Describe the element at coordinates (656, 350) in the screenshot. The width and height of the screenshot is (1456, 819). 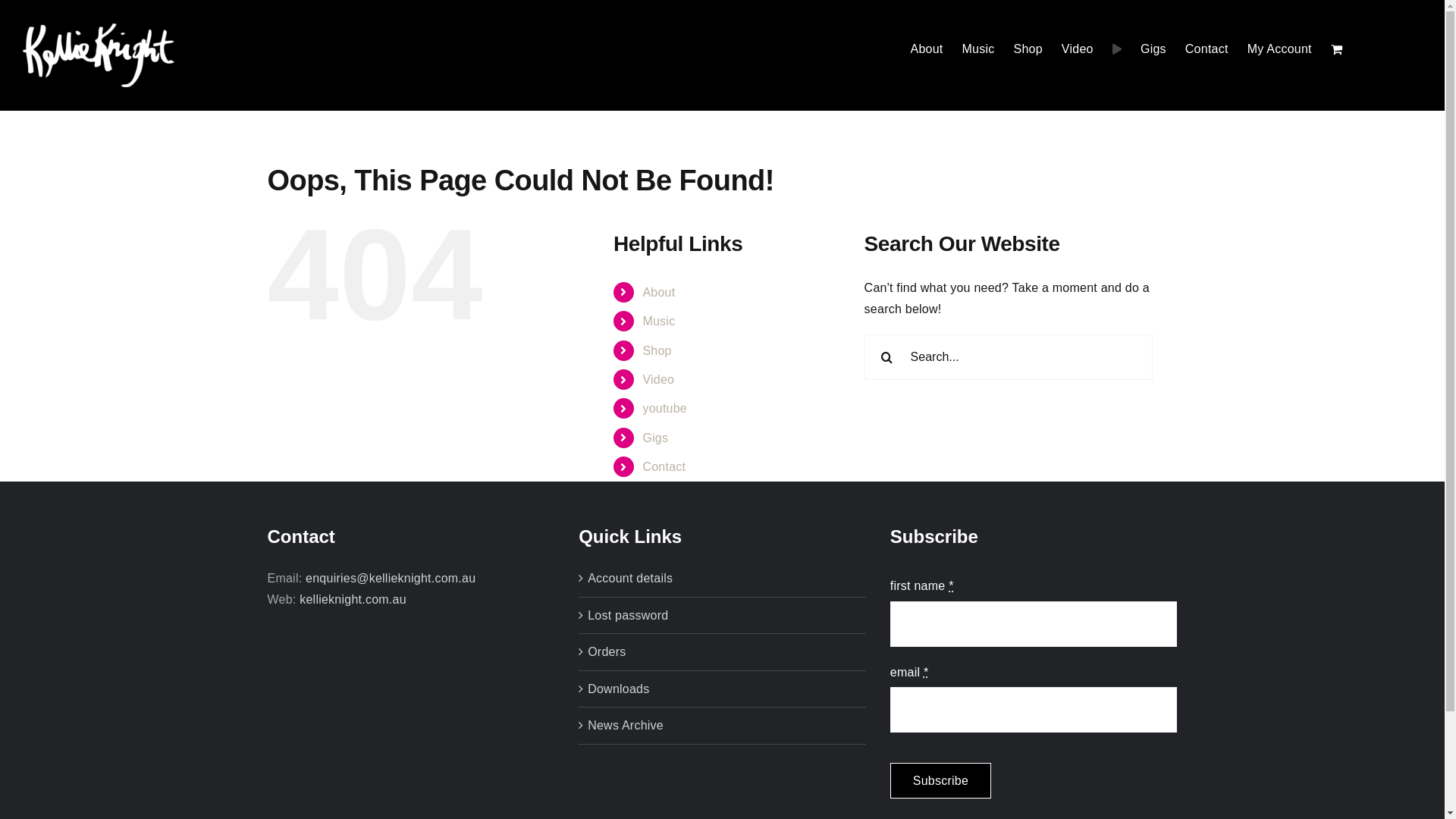
I see `'Shop'` at that location.